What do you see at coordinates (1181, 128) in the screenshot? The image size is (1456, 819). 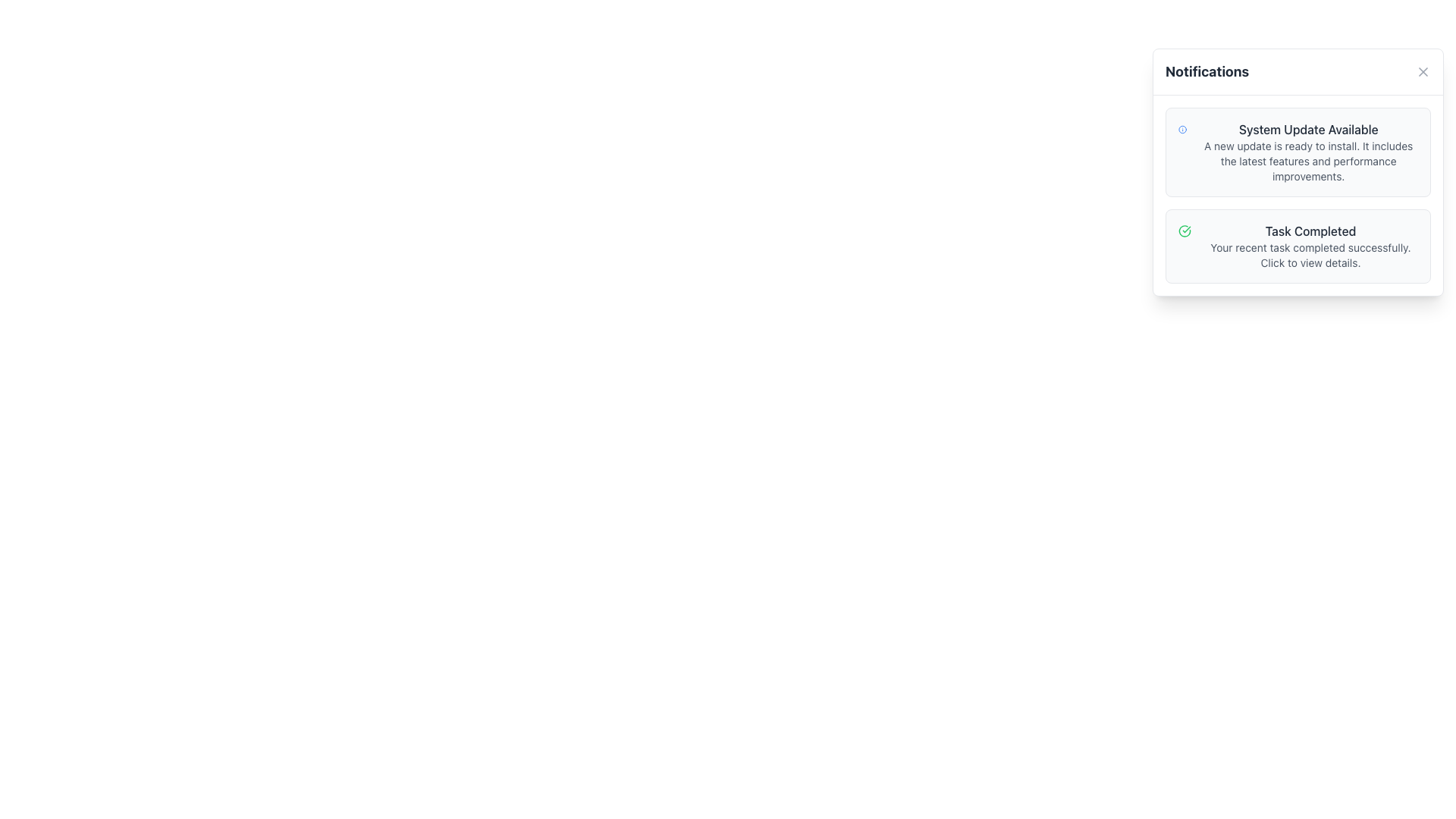 I see `the small circular blue icon with an outline and a center dot, located next to the text 'System Update Available' in the Notifications panel` at bounding box center [1181, 128].